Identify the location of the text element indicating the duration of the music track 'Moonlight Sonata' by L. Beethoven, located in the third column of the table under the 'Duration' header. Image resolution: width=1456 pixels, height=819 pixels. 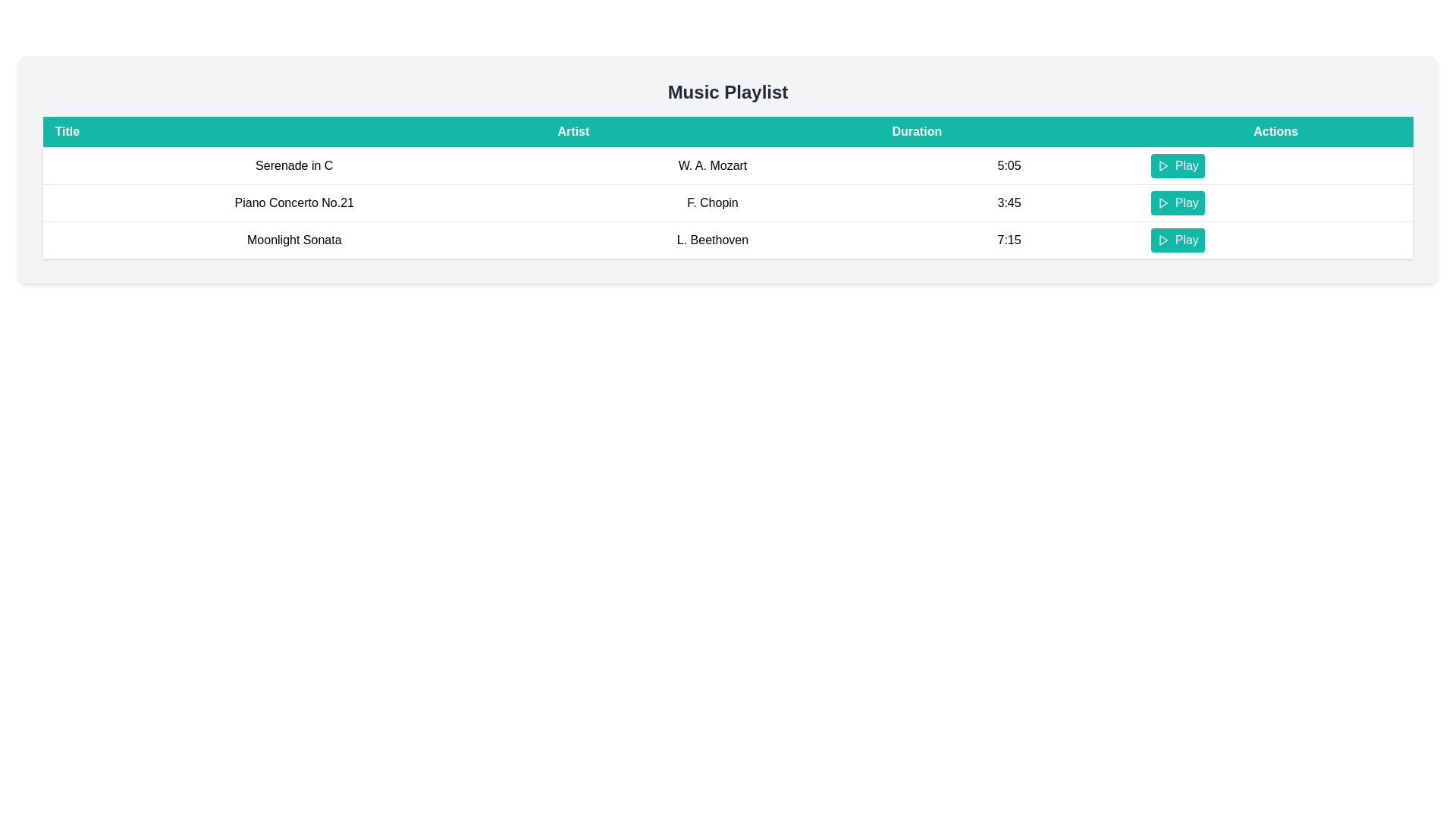
(1009, 239).